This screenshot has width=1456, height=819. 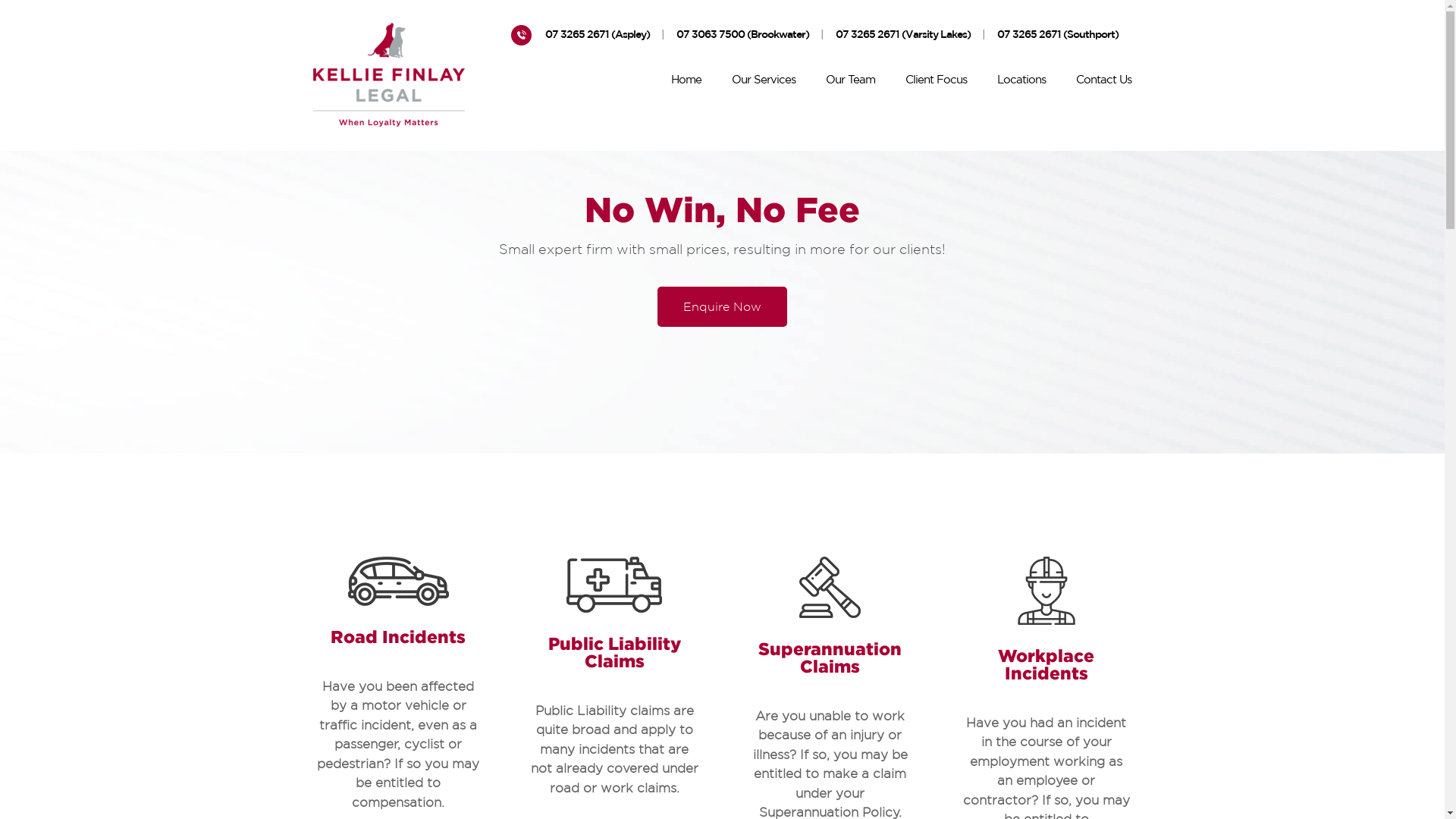 What do you see at coordinates (742, 36) in the screenshot?
I see `'07 3063 7500 (Brookwater)'` at bounding box center [742, 36].